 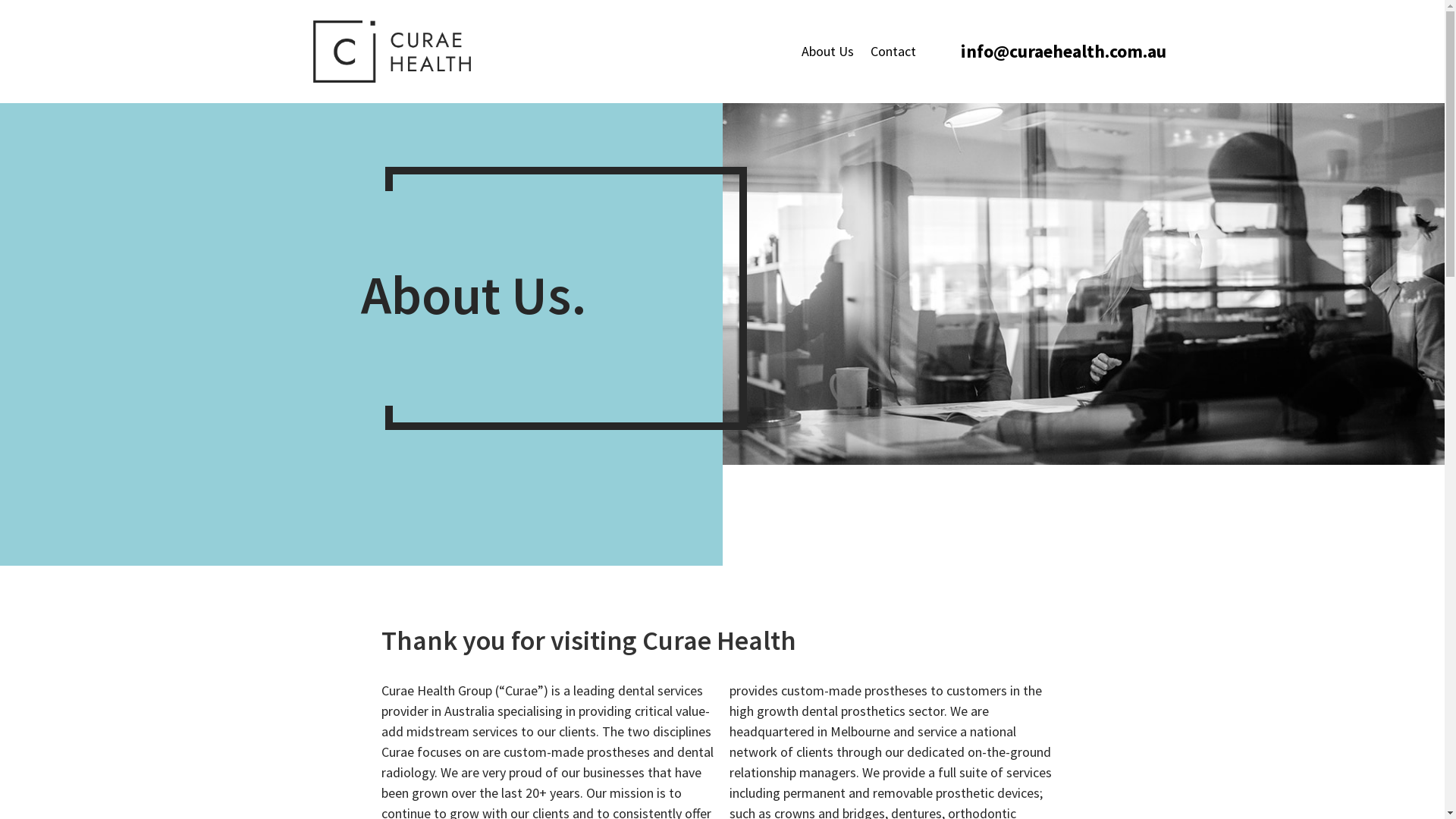 I want to click on 'Contact', so click(x=893, y=51).